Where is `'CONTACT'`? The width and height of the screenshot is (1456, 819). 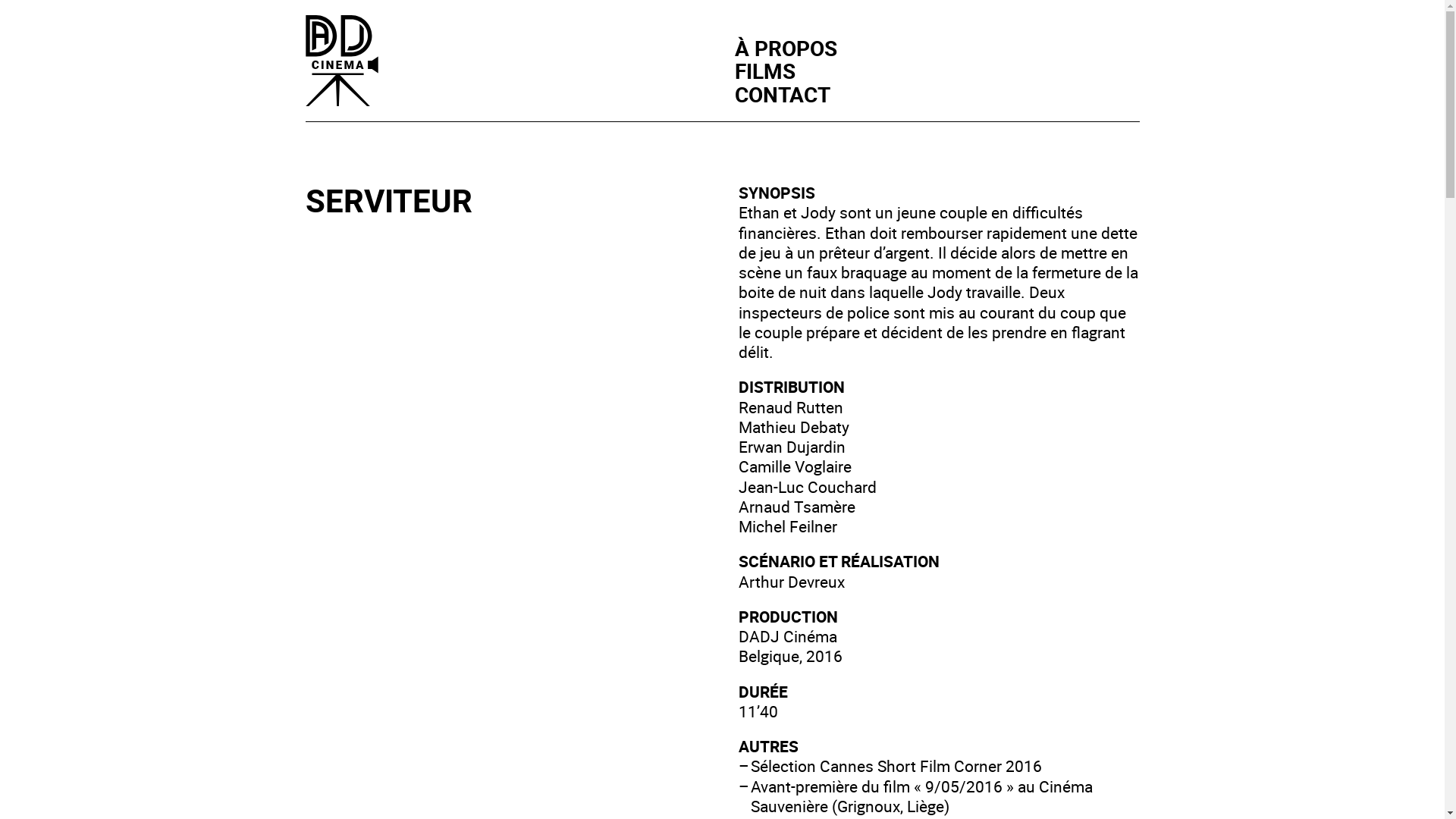
'CONTACT' is located at coordinates (782, 93).